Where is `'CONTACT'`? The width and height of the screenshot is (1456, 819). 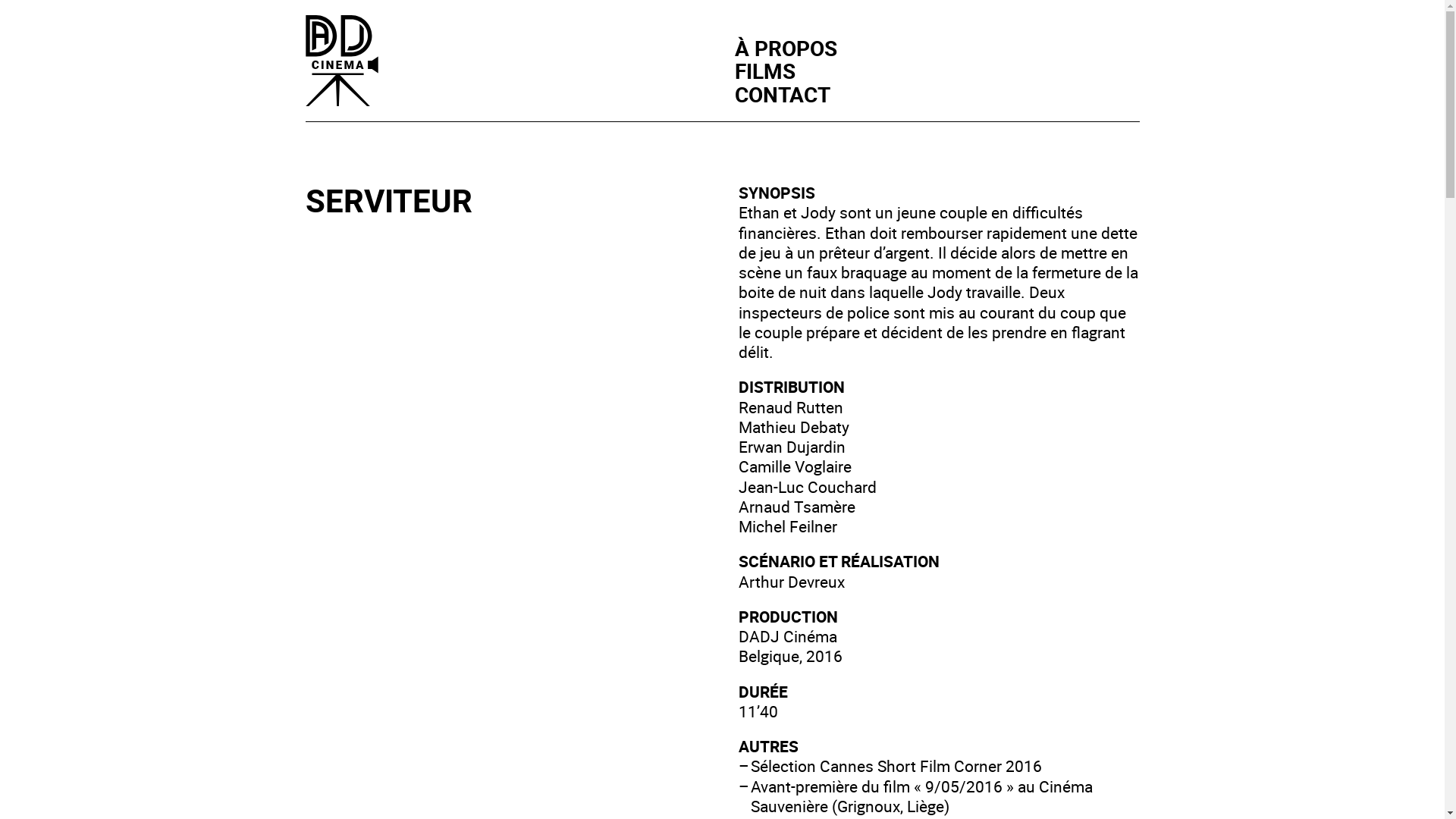
'CONTACT' is located at coordinates (782, 93).